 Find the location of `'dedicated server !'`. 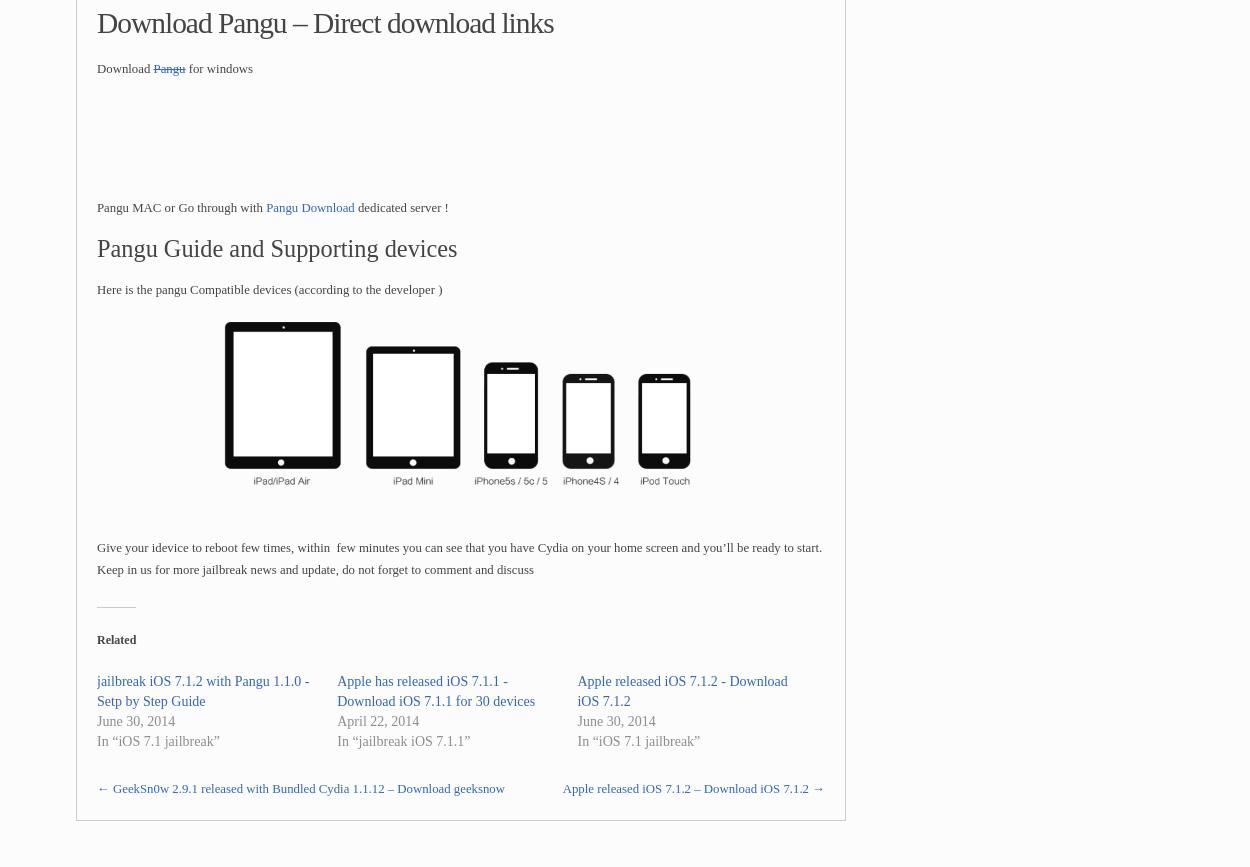

'dedicated server !' is located at coordinates (400, 207).